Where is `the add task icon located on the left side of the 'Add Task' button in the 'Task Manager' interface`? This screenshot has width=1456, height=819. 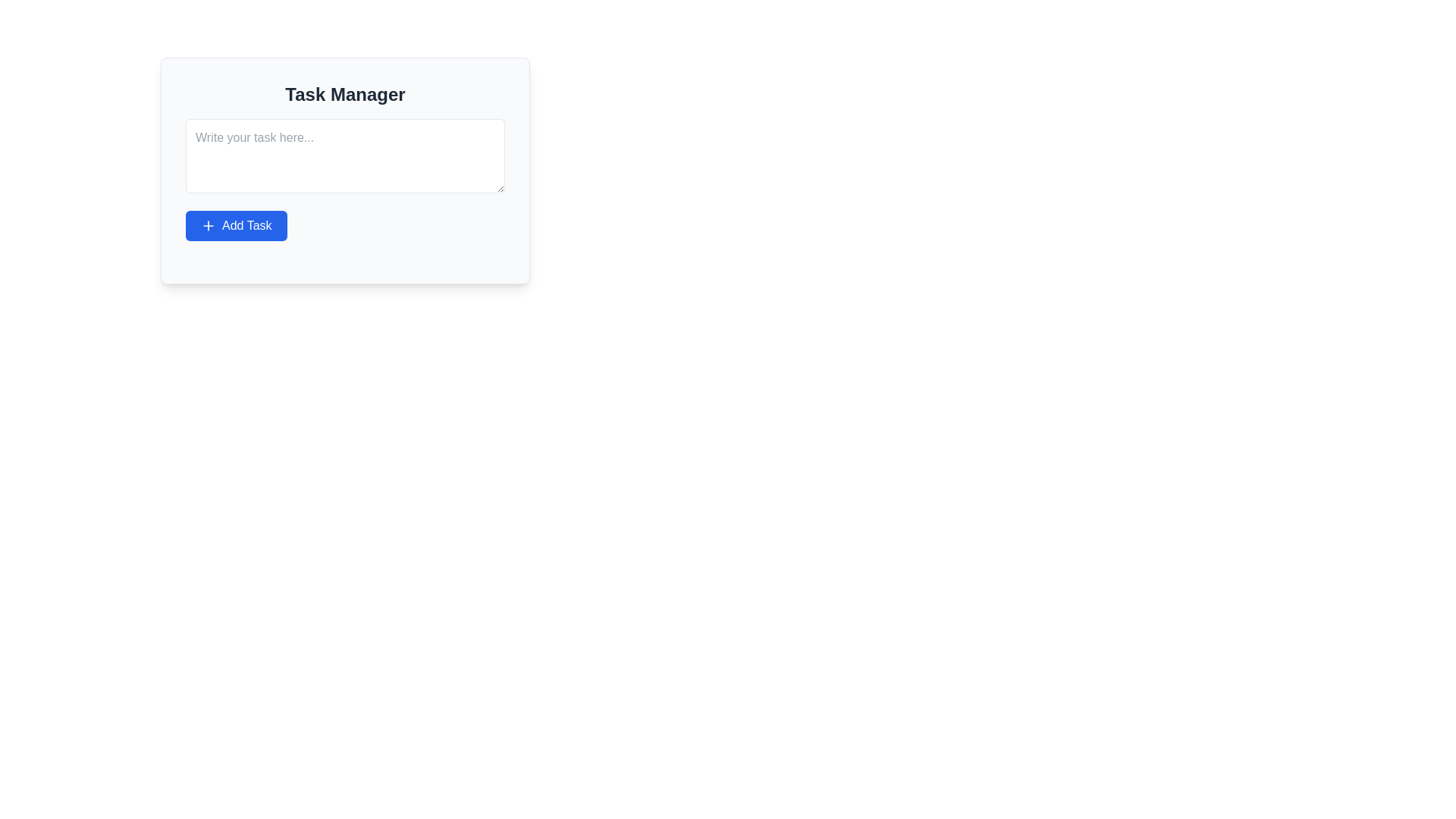
the add task icon located on the left side of the 'Add Task' button in the 'Task Manager' interface is located at coordinates (207, 225).